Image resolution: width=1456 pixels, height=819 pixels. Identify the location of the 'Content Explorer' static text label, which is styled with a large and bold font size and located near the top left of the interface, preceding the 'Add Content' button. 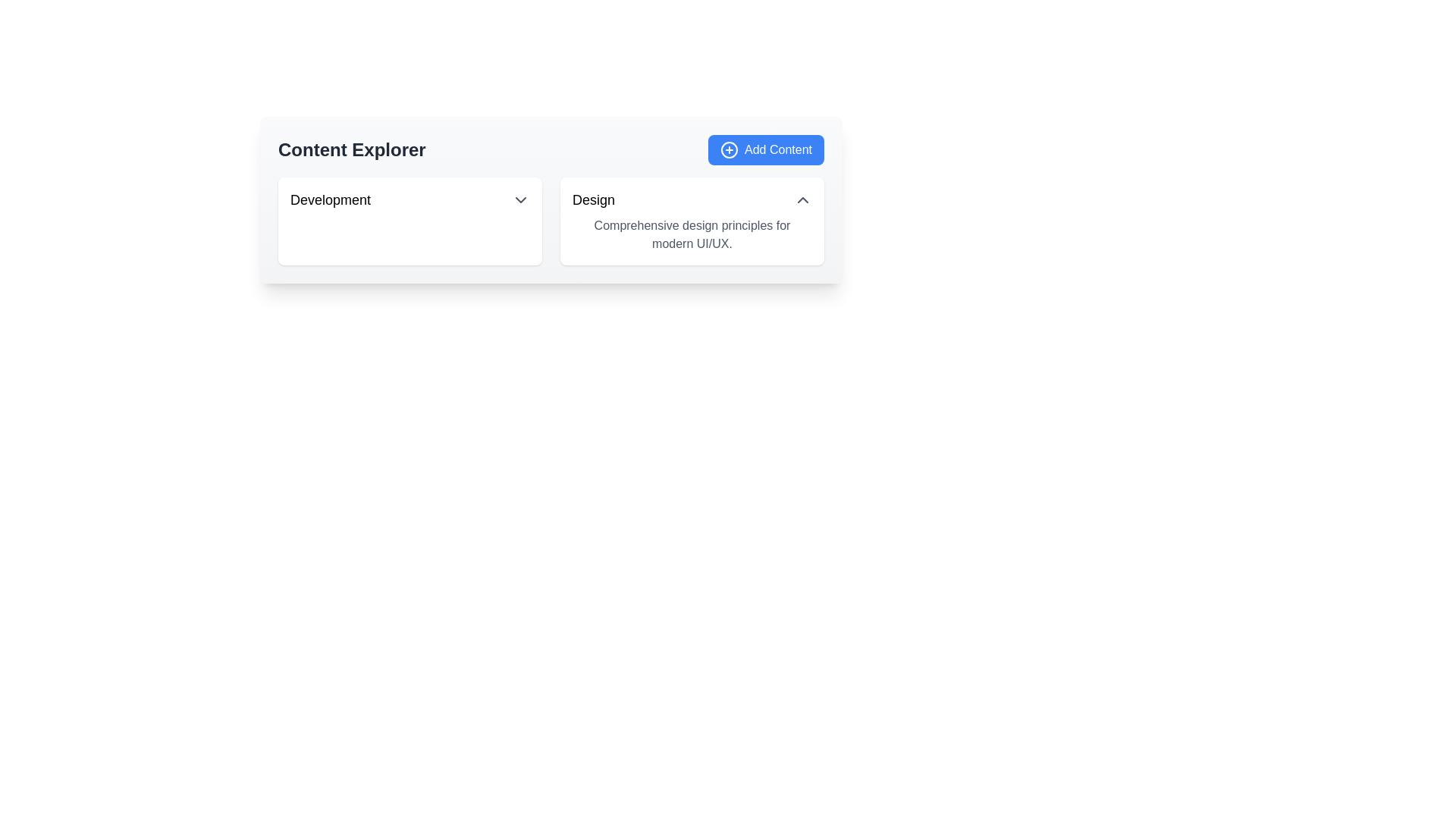
(351, 149).